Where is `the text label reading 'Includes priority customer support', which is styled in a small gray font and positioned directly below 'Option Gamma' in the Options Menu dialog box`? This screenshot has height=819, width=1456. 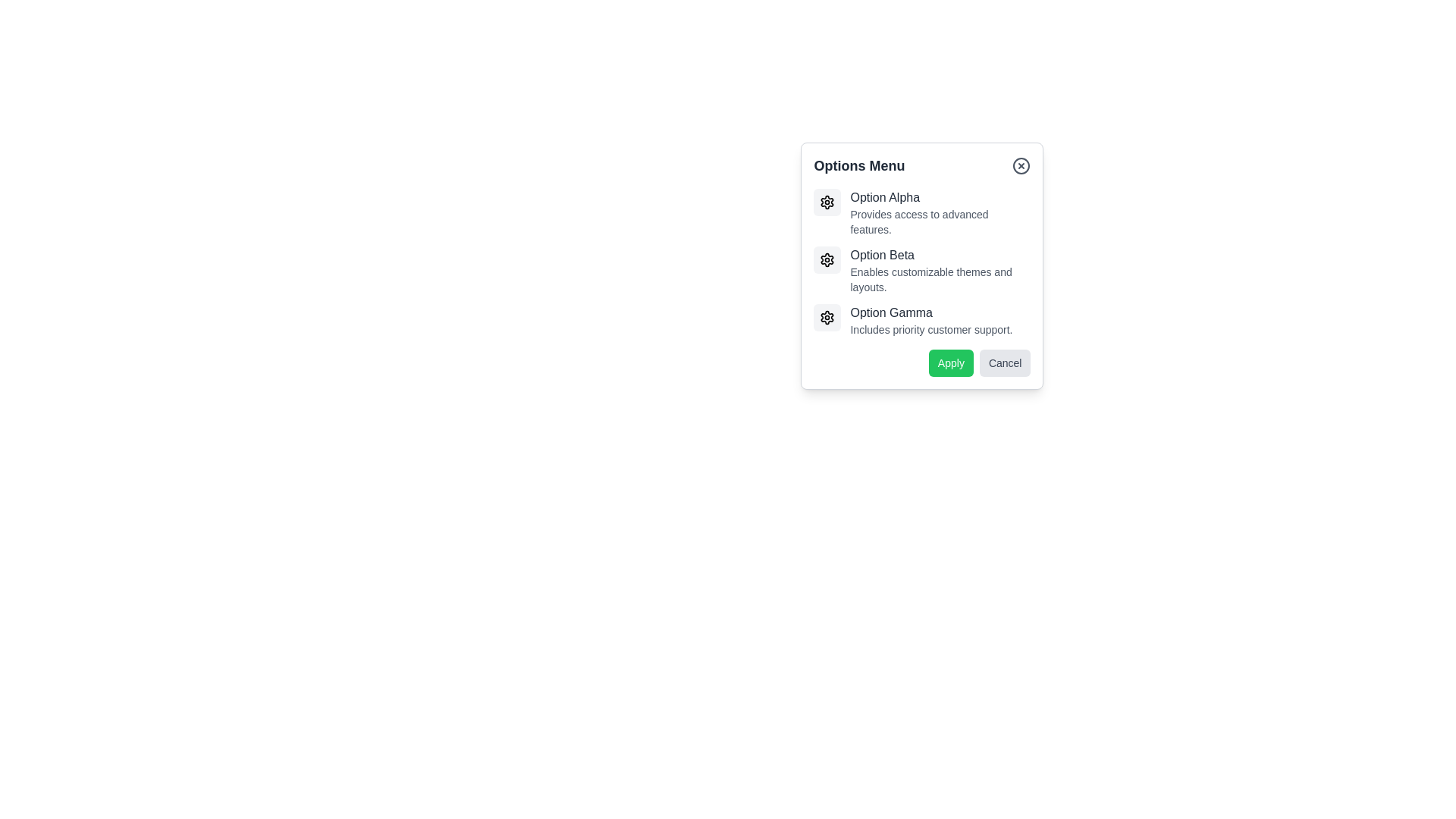
the text label reading 'Includes priority customer support', which is styled in a small gray font and positioned directly below 'Option Gamma' in the Options Menu dialog box is located at coordinates (930, 329).